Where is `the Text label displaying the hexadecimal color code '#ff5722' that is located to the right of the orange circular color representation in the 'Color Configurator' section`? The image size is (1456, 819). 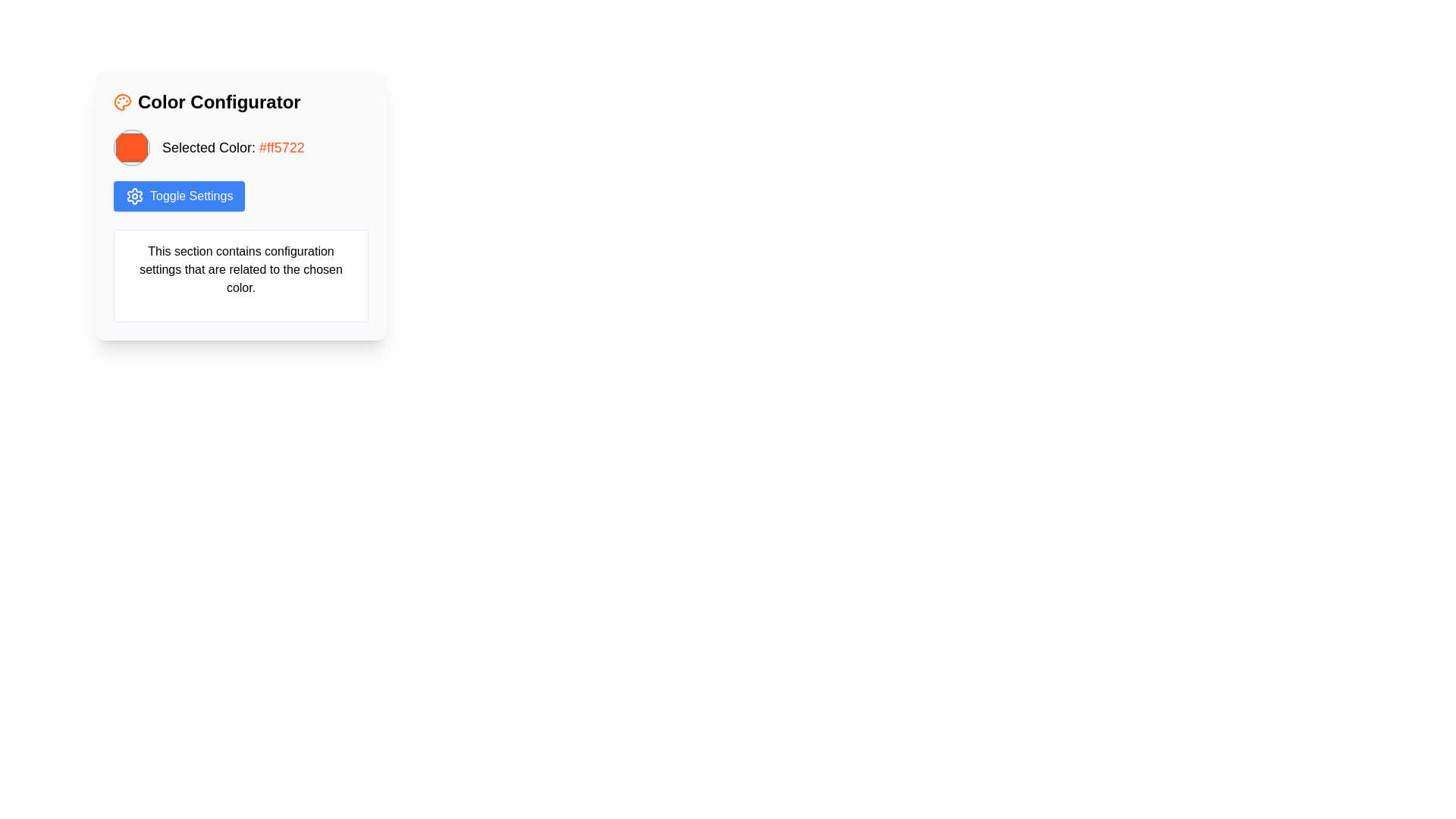 the Text label displaying the hexadecimal color code '#ff5722' that is located to the right of the orange circular color representation in the 'Color Configurator' section is located at coordinates (281, 148).